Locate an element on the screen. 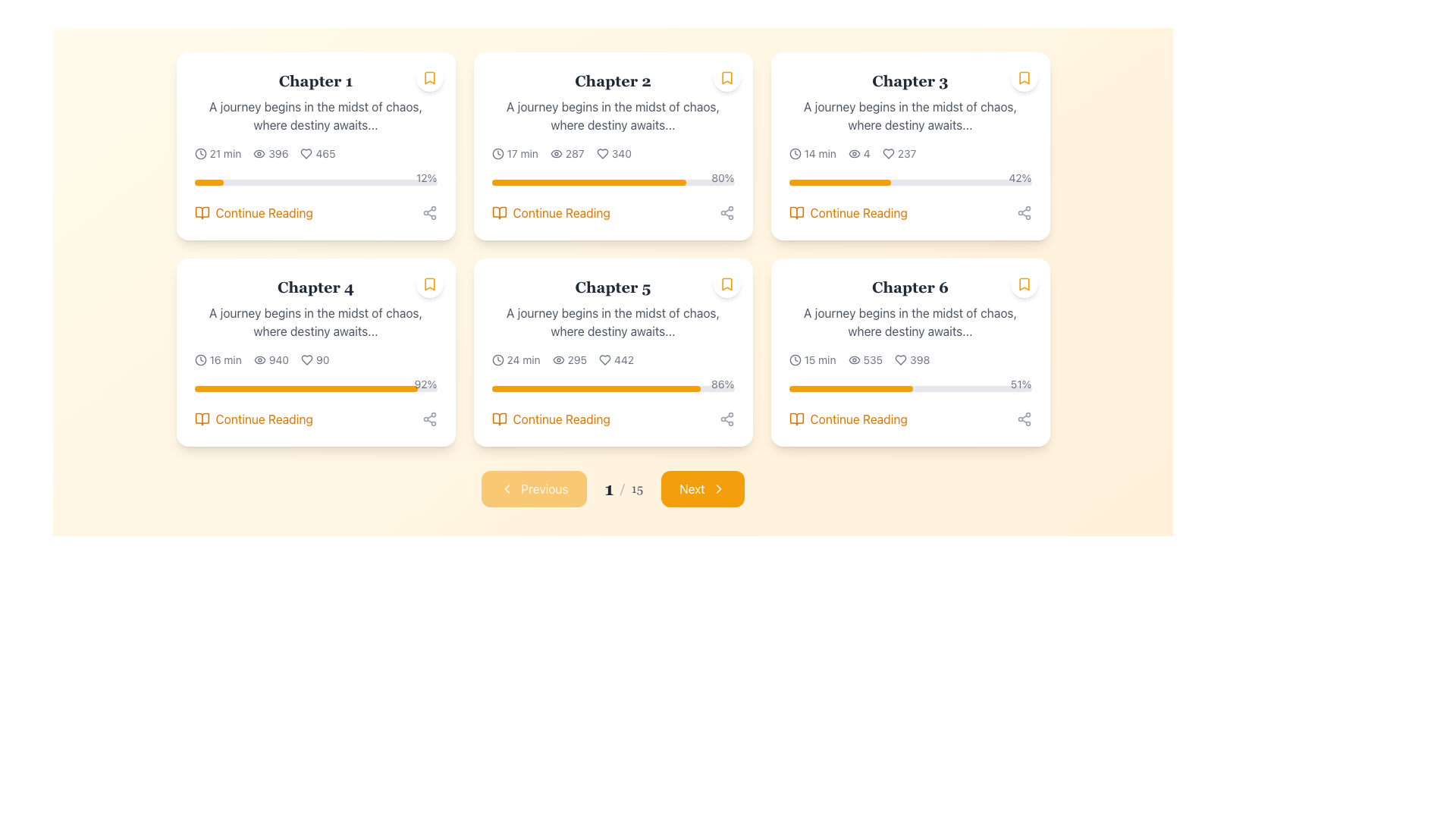  the static text label displaying '1/15', which is located within the pagination control section between the 'Previous' and 'Next' buttons is located at coordinates (623, 488).